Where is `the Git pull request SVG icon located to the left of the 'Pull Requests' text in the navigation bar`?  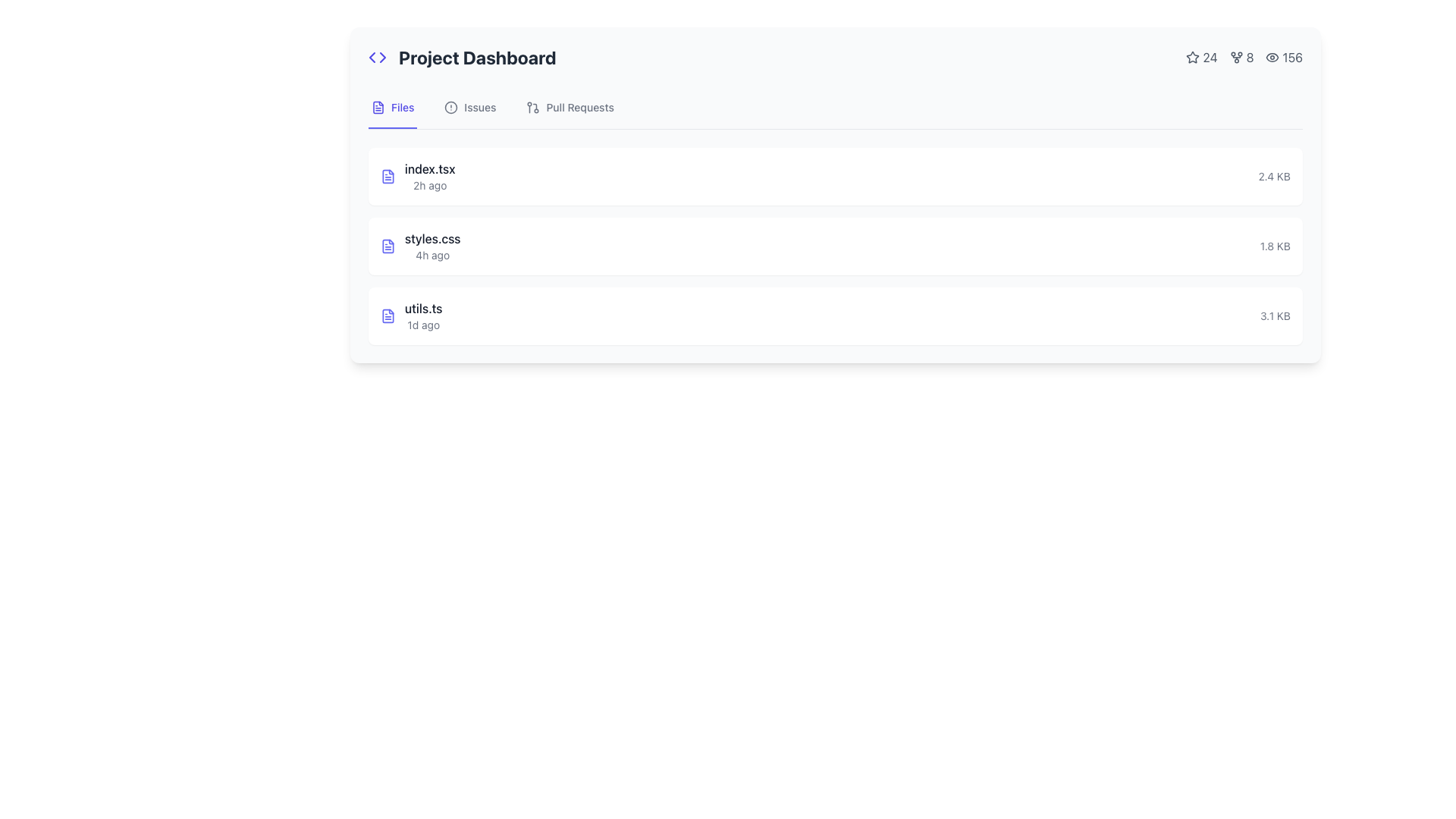 the Git pull request SVG icon located to the left of the 'Pull Requests' text in the navigation bar is located at coordinates (533, 107).